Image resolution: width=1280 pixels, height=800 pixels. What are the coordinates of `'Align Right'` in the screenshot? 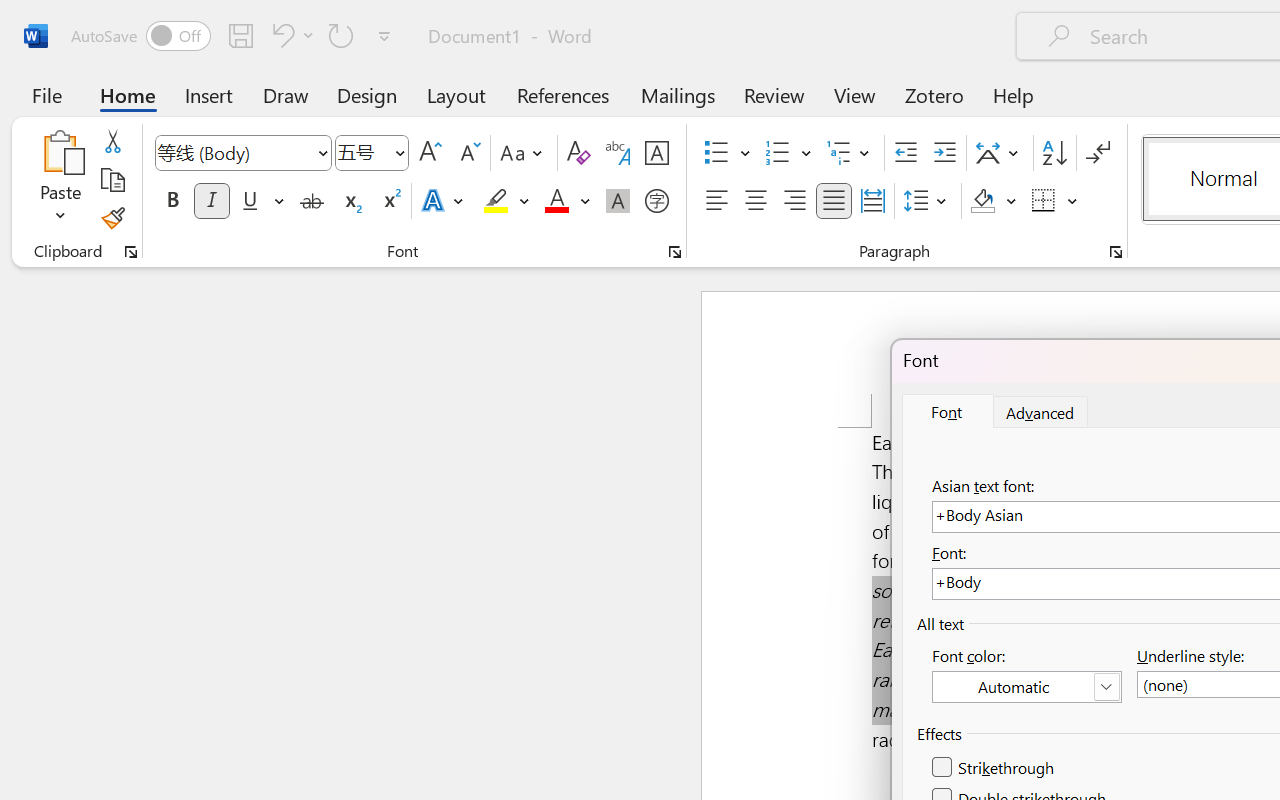 It's located at (793, 201).